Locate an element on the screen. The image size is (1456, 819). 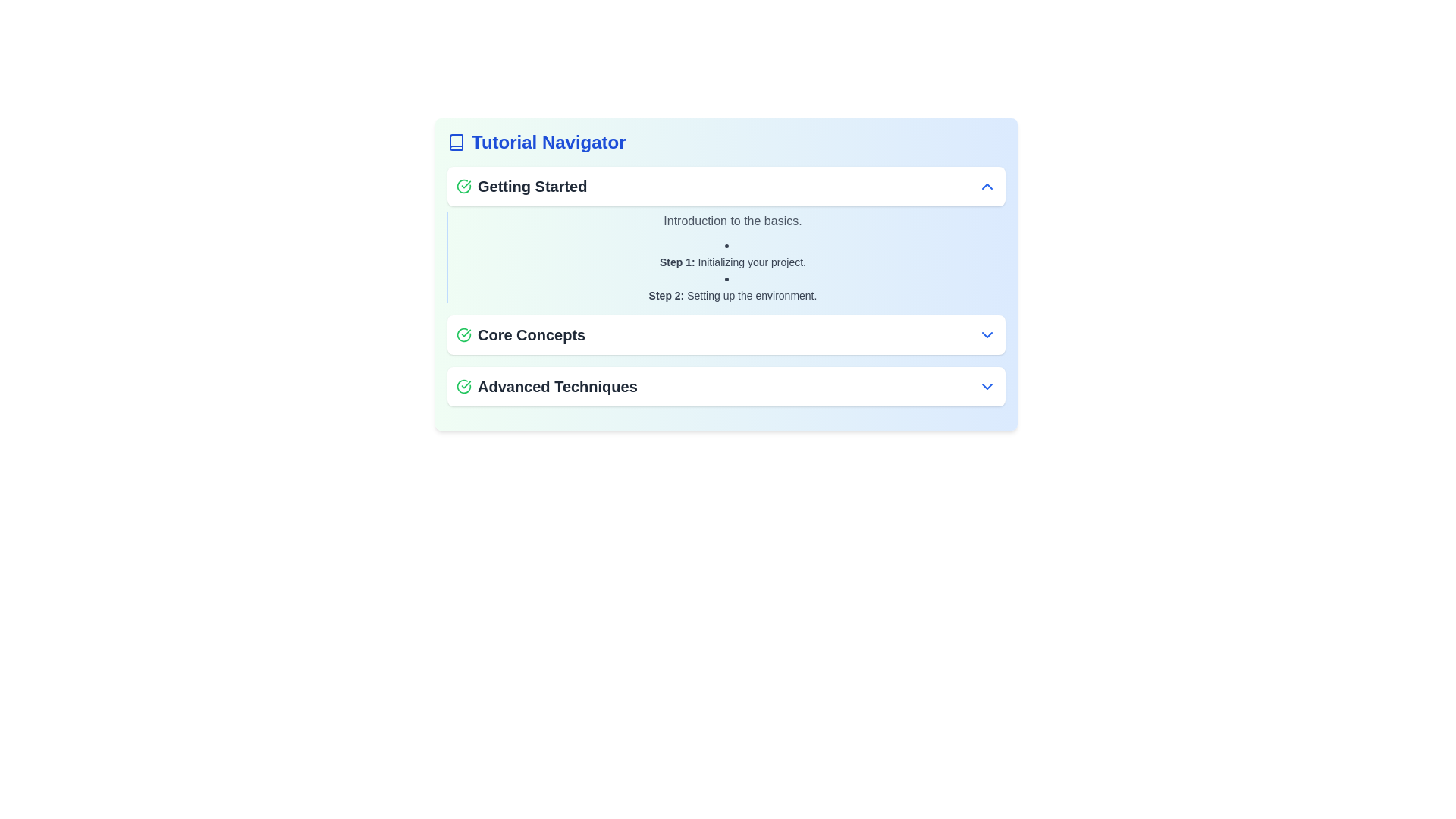
heading labeled 'Core Concepts' which is styled in bold and larger font, located centrally with a green checkmark icon on its left is located at coordinates (521, 334).